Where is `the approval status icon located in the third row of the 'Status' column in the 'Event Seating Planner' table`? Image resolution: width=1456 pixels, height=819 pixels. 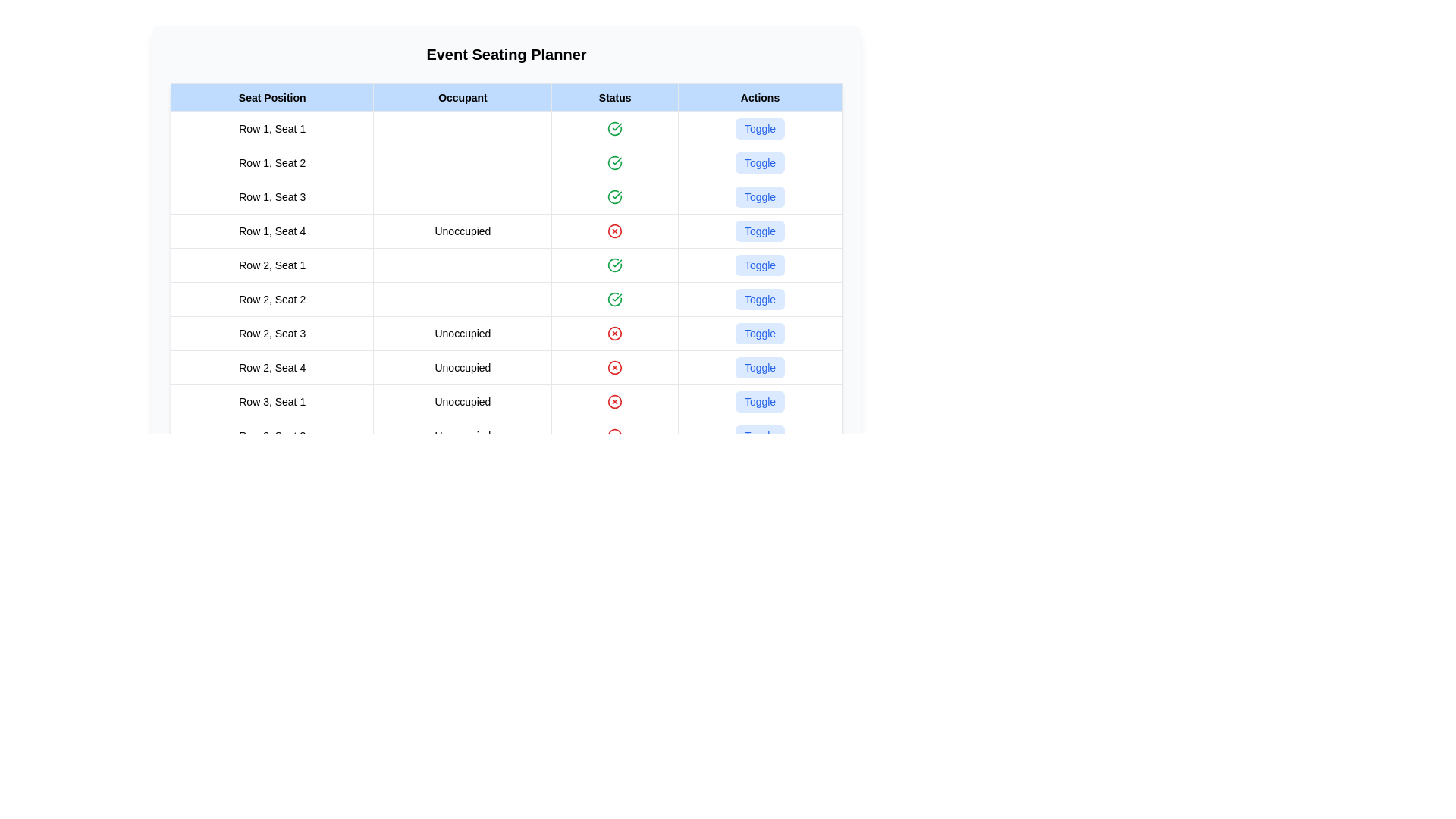
the approval status icon located in the third row of the 'Status' column in the 'Event Seating Planner' table is located at coordinates (615, 196).